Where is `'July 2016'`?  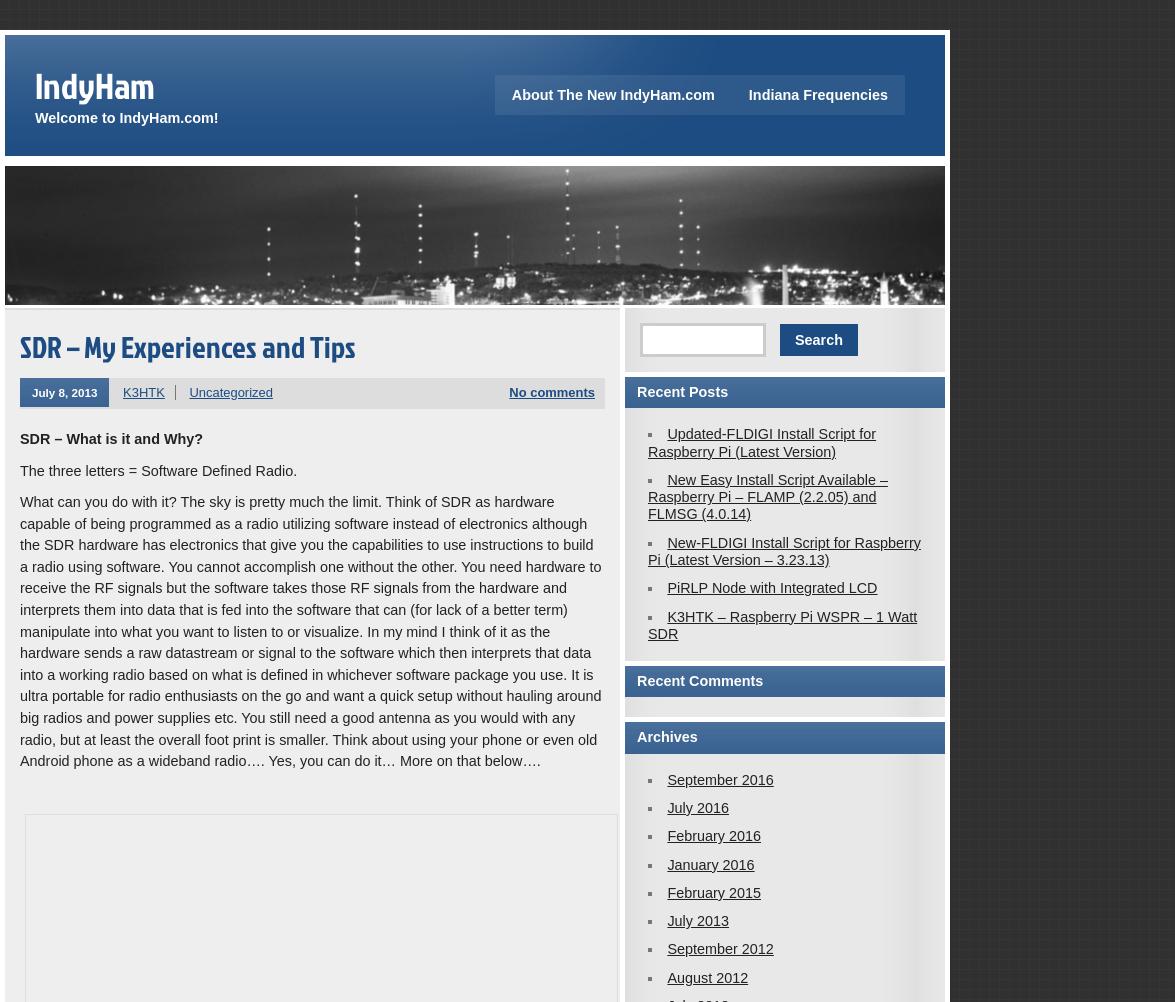 'July 2016' is located at coordinates (696, 806).